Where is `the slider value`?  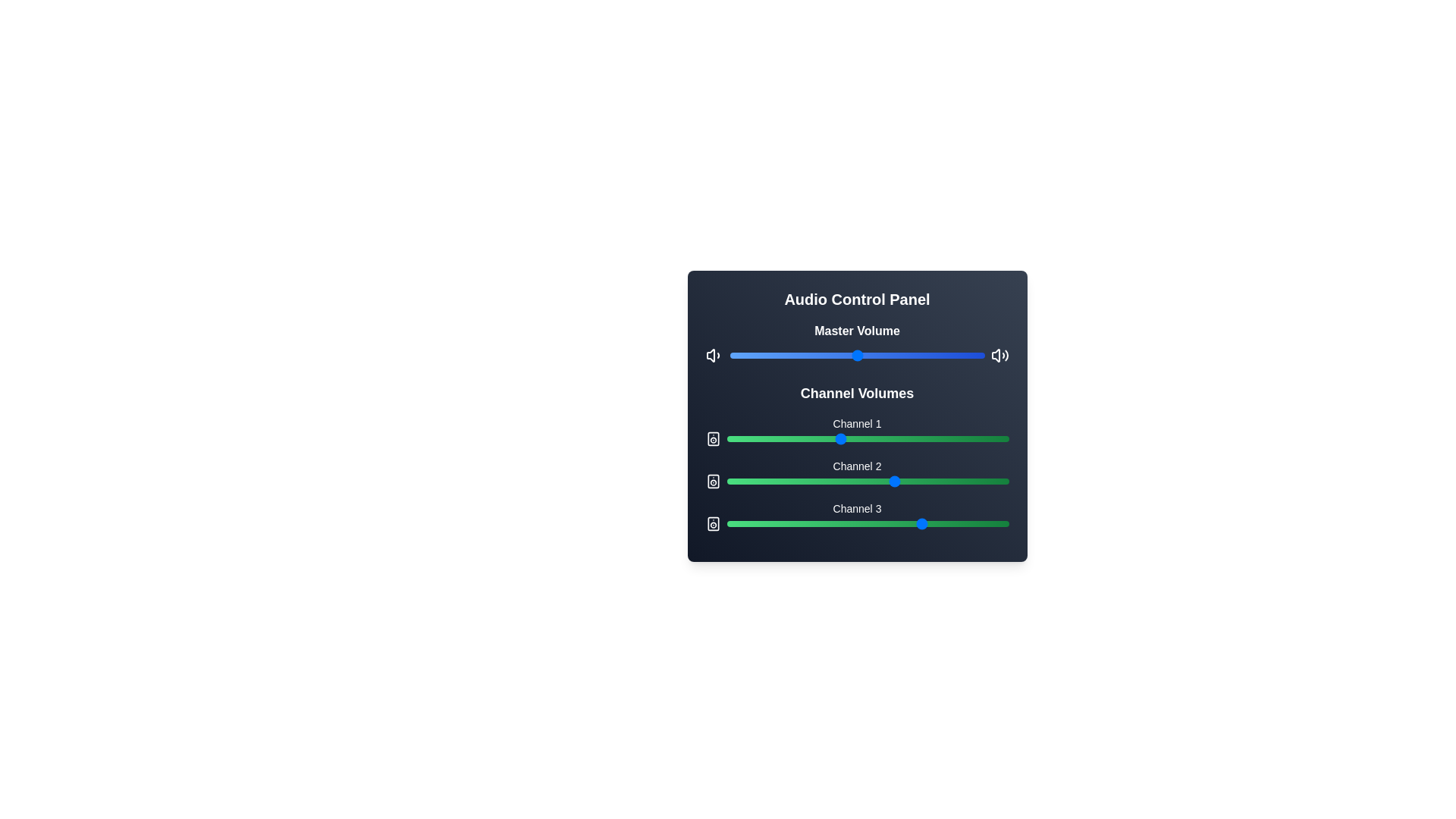
the slider value is located at coordinates (952, 522).